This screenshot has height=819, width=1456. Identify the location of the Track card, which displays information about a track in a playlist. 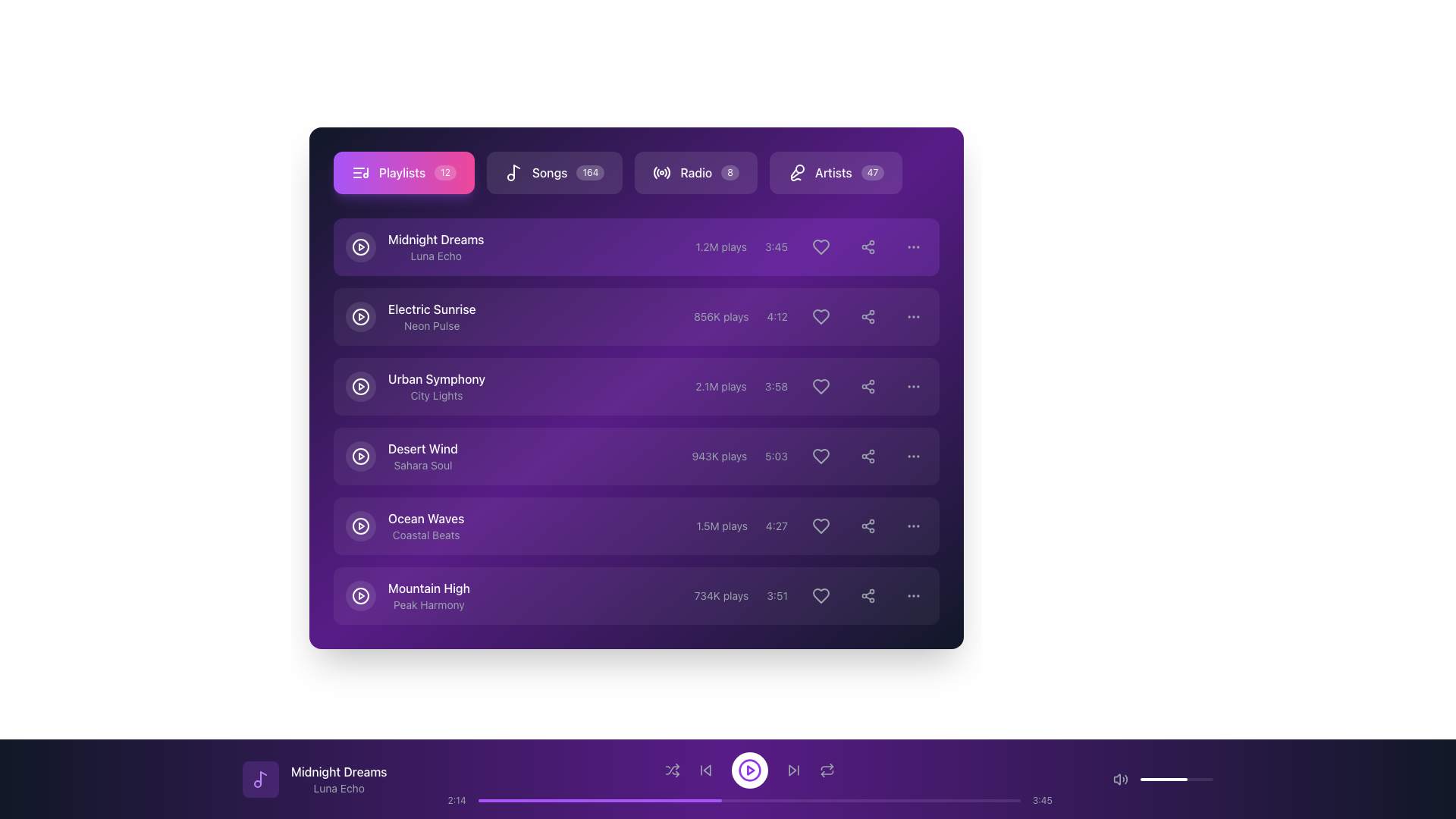
(636, 246).